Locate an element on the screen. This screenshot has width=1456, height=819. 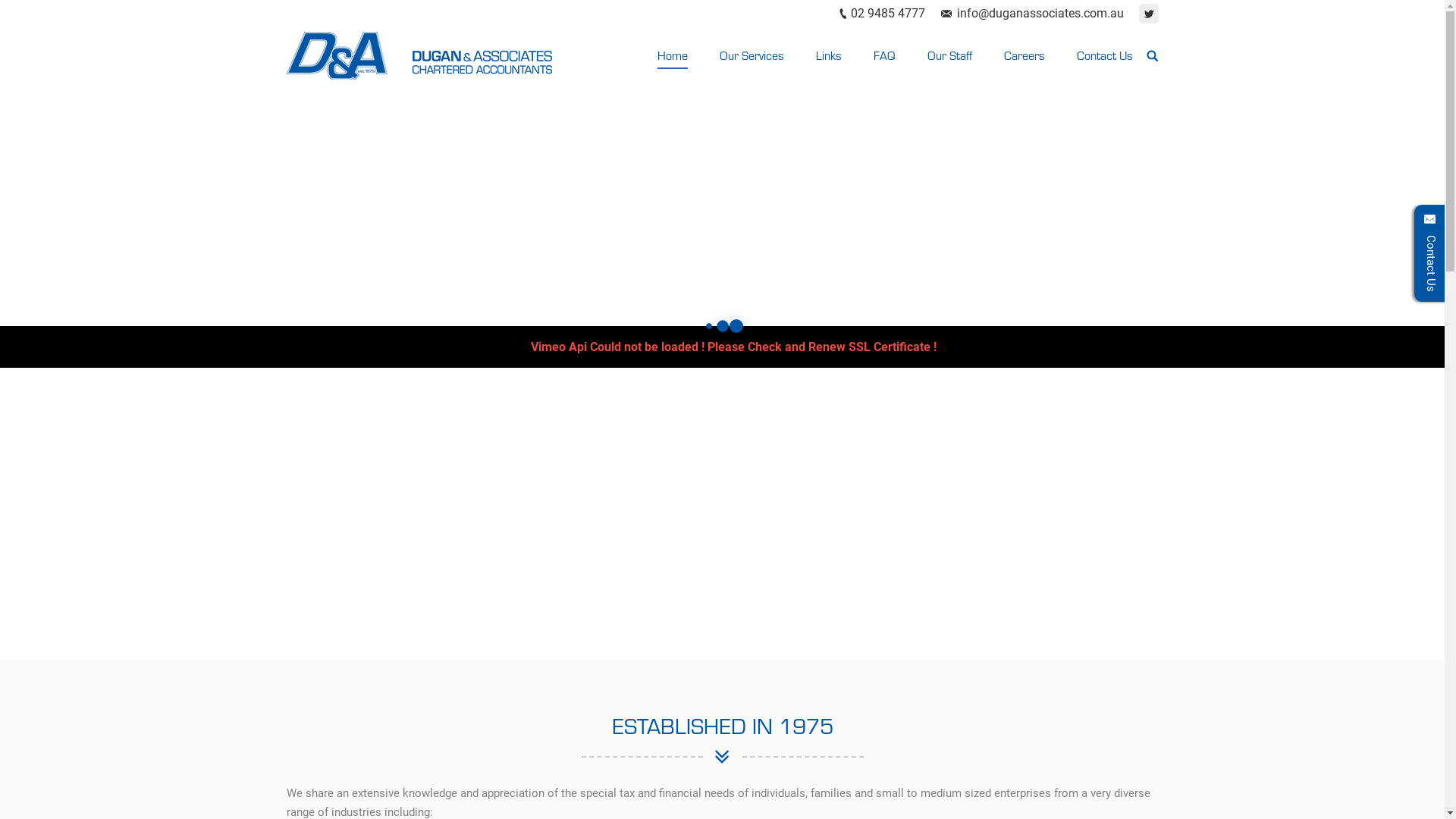
'Careers' is located at coordinates (1026, 55).